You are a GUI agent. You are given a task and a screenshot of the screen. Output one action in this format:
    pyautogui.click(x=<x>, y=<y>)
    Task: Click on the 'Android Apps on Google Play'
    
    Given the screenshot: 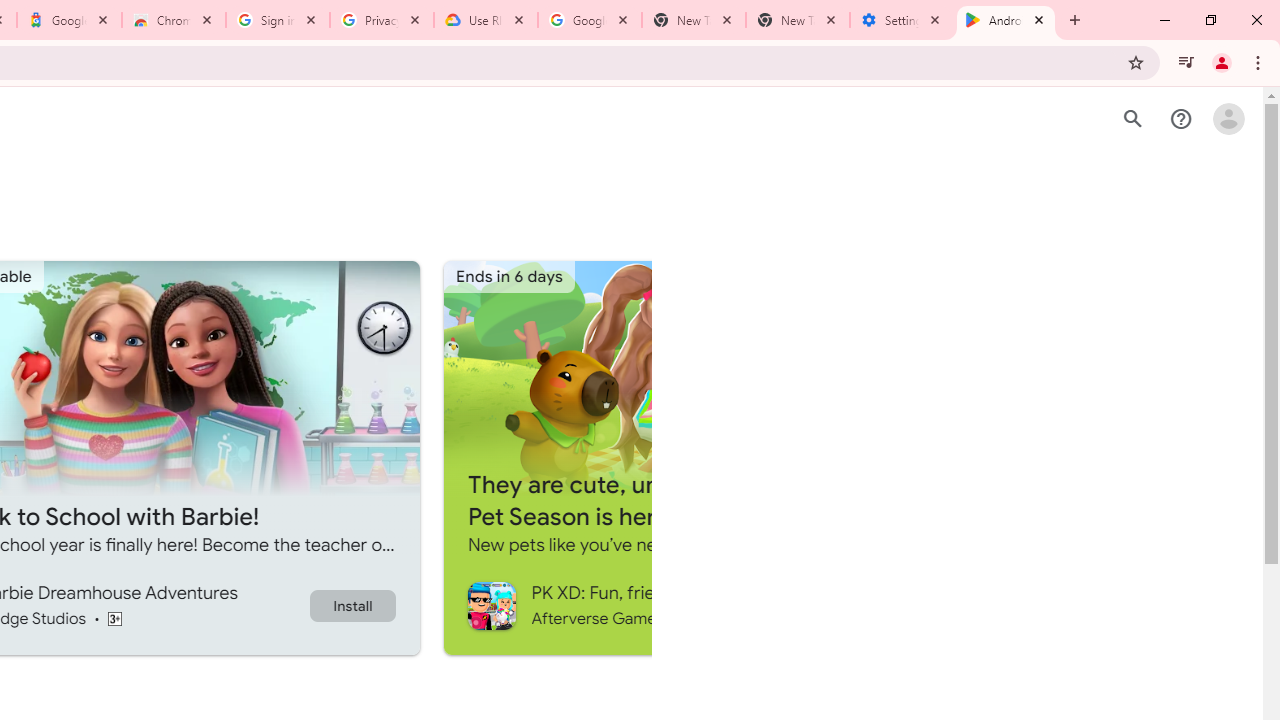 What is the action you would take?
    pyautogui.click(x=1006, y=20)
    